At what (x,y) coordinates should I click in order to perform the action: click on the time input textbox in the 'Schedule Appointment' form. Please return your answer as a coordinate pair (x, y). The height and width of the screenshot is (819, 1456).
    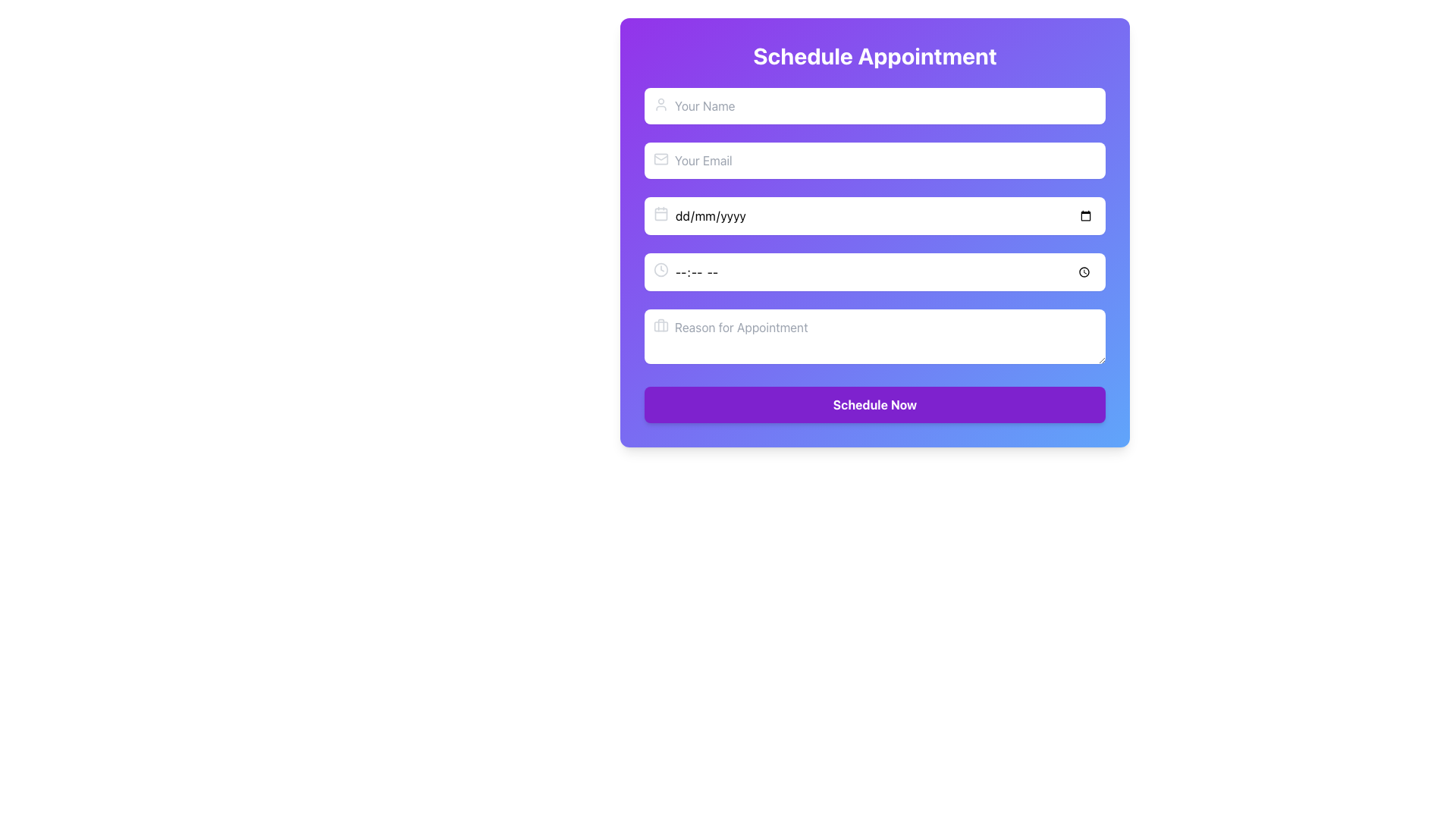
    Looking at the image, I should click on (874, 254).